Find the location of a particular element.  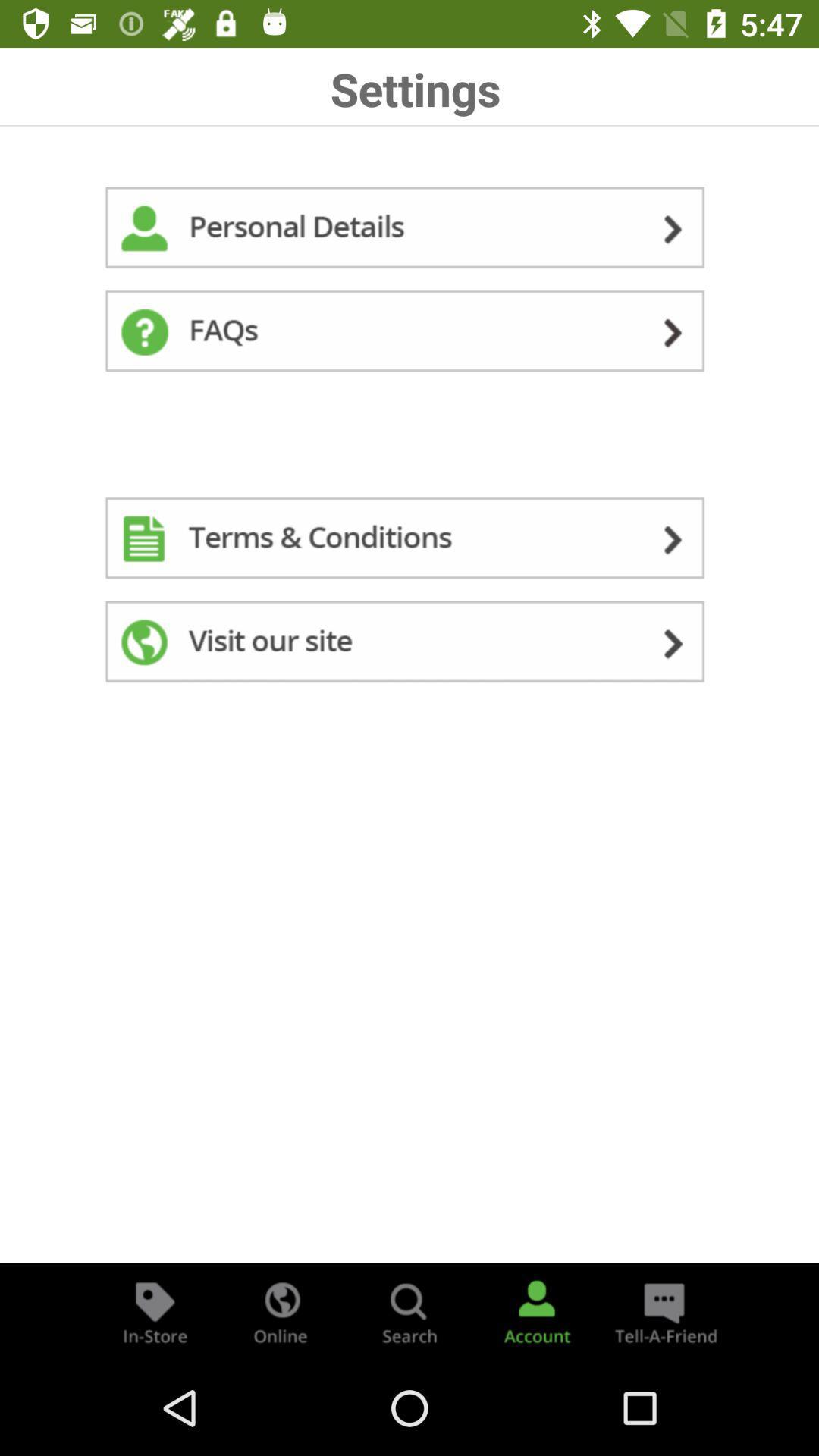

visit site is located at coordinates (409, 645).